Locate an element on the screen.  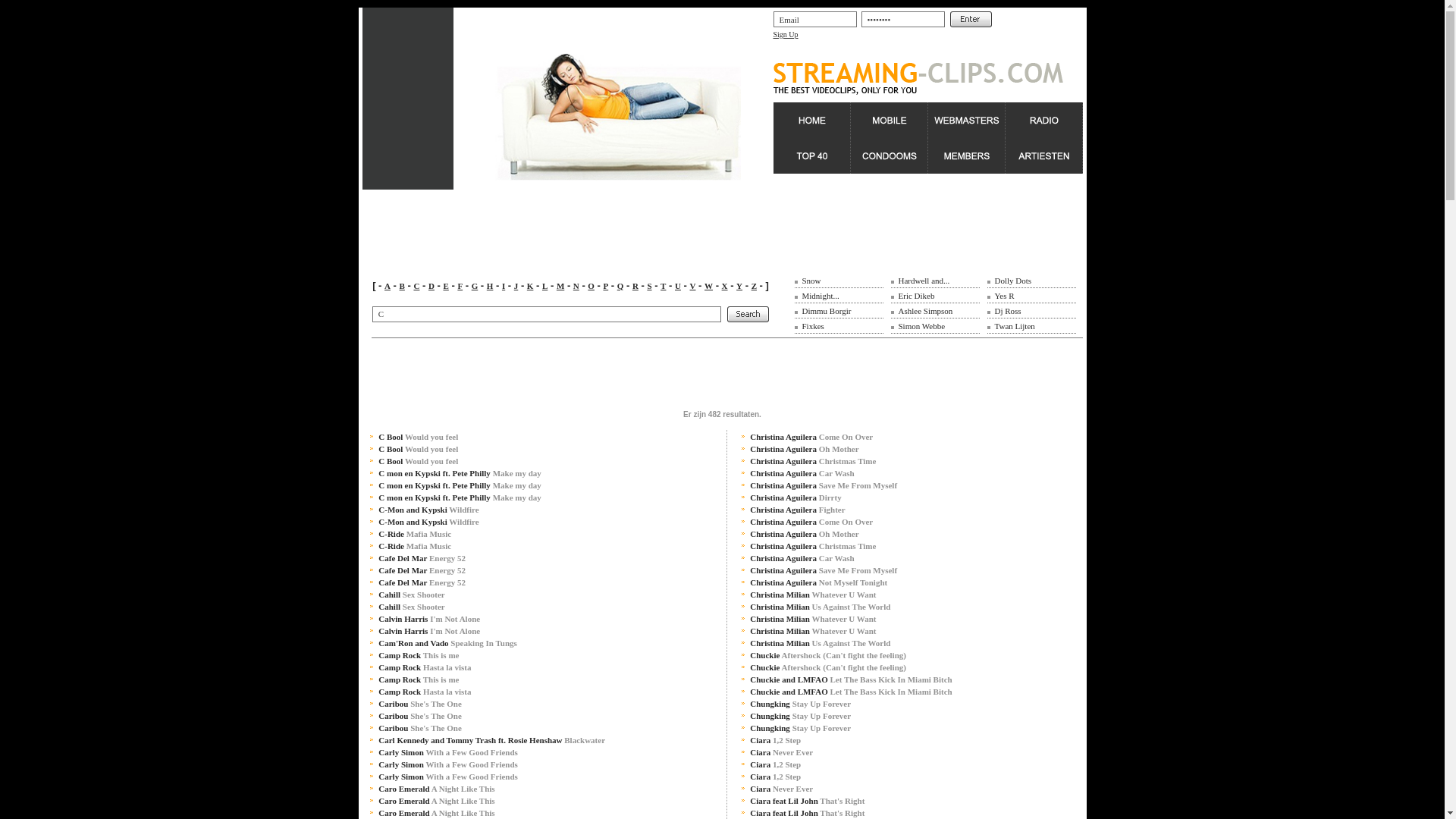
'Christina Aguilera Christmas Time' is located at coordinates (811, 546).